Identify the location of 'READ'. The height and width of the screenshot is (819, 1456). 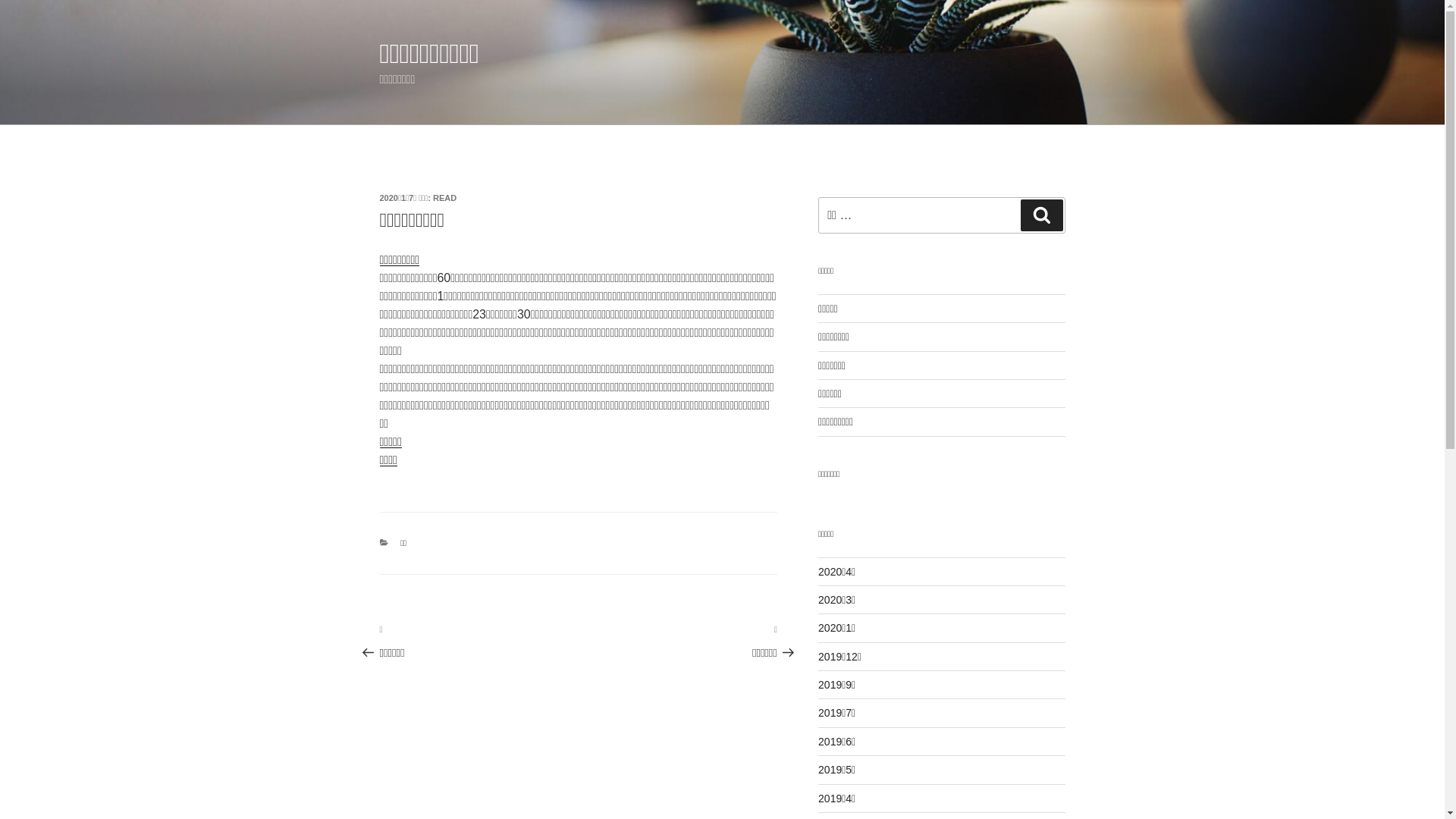
(444, 197).